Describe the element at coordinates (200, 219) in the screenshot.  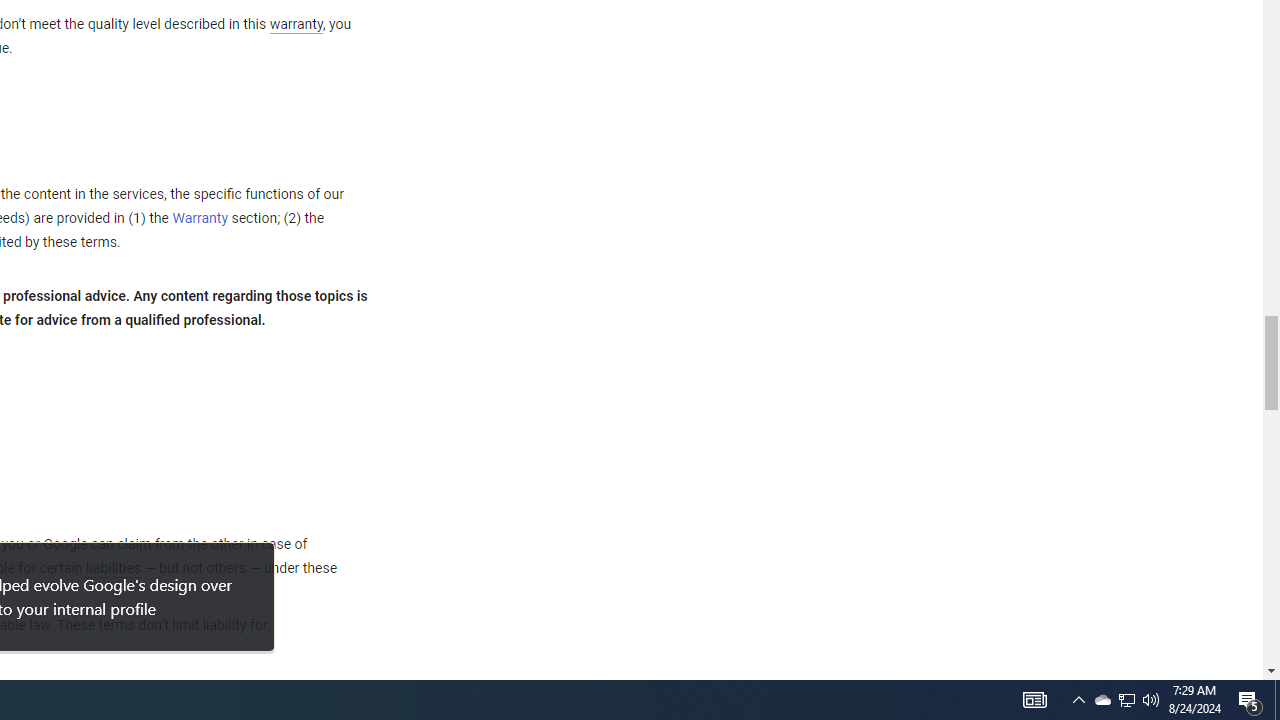
I see `'Warranty'` at that location.